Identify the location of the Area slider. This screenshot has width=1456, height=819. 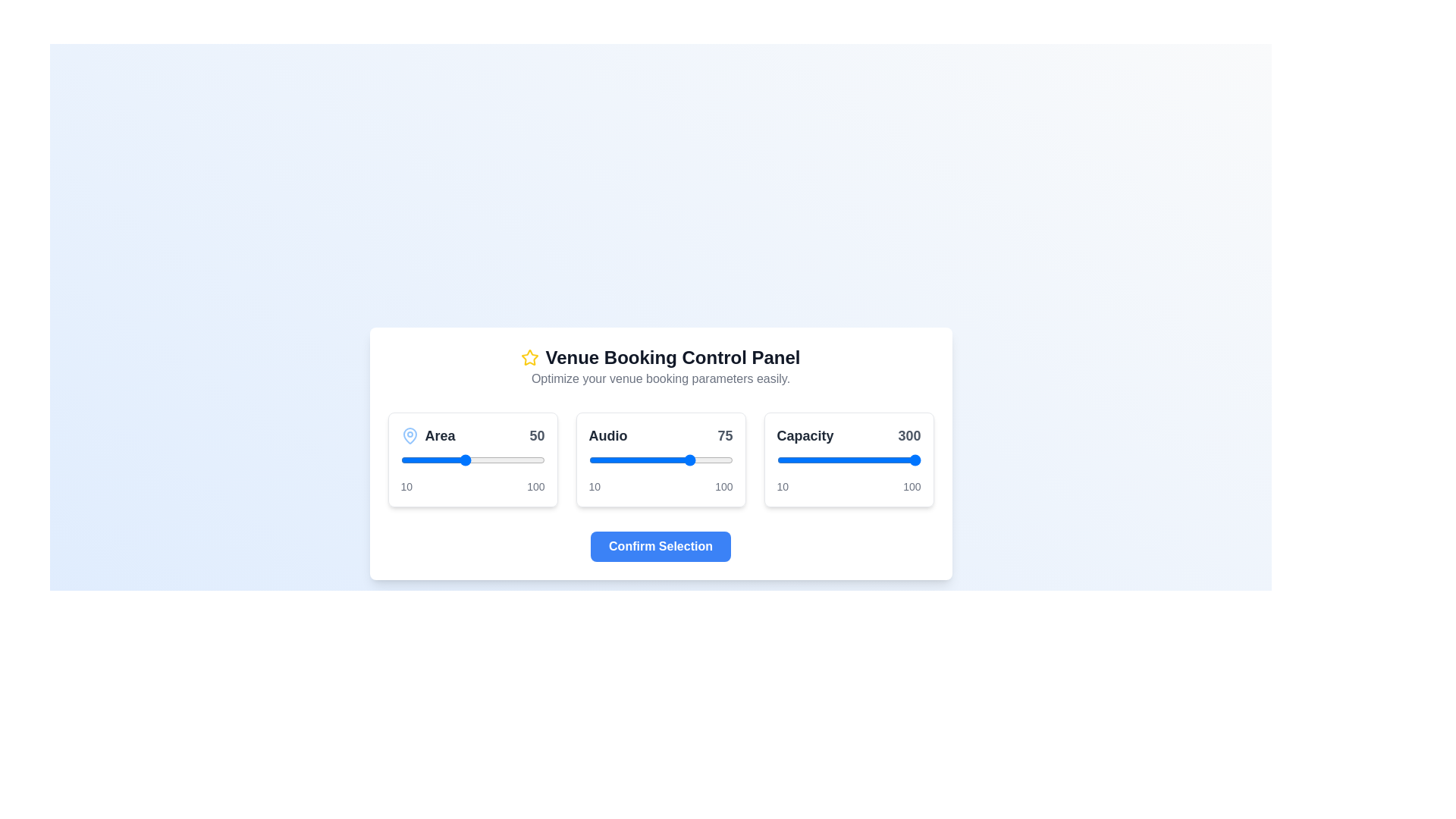
(513, 459).